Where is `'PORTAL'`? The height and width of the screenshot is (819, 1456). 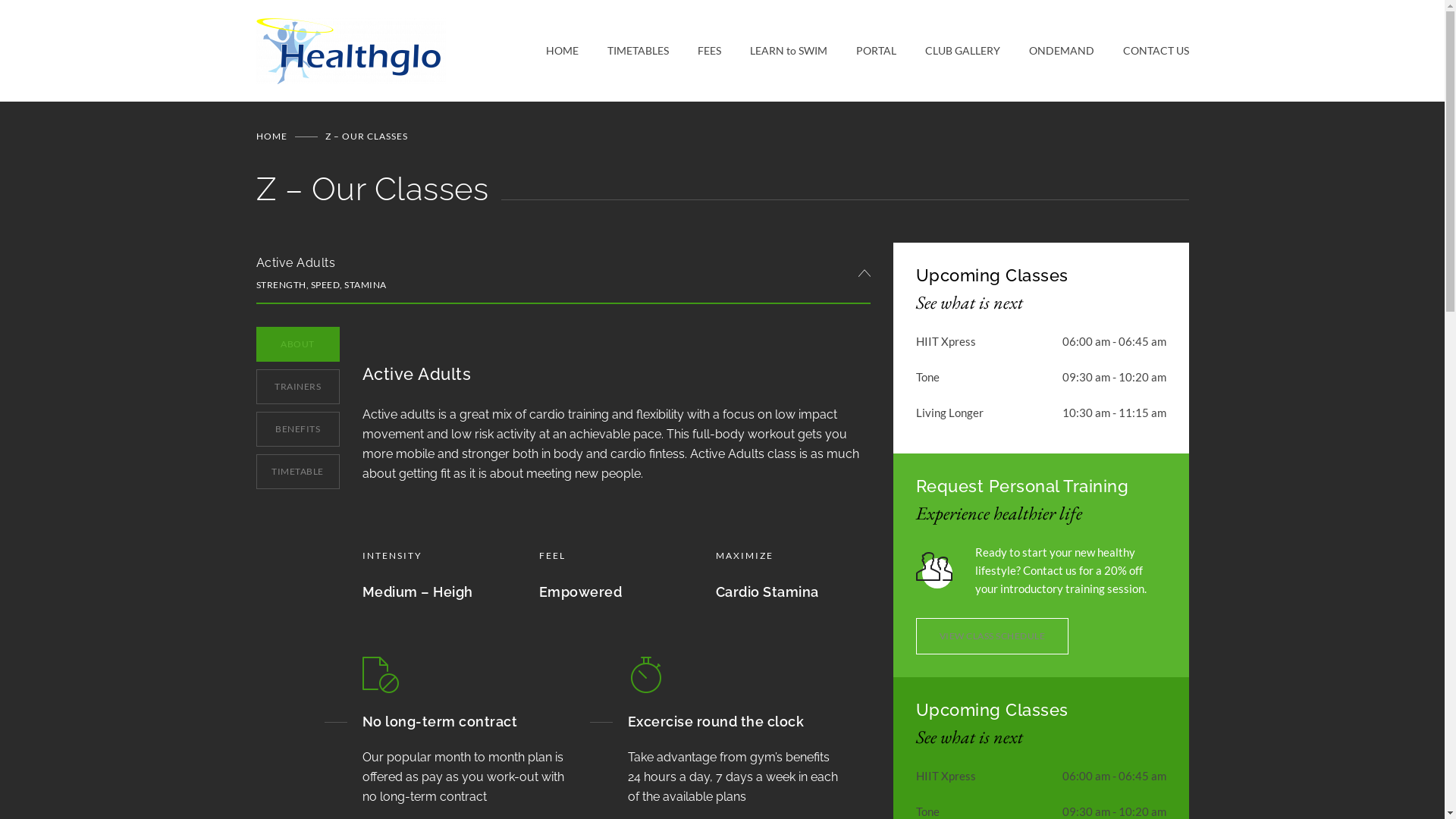 'PORTAL' is located at coordinates (861, 49).